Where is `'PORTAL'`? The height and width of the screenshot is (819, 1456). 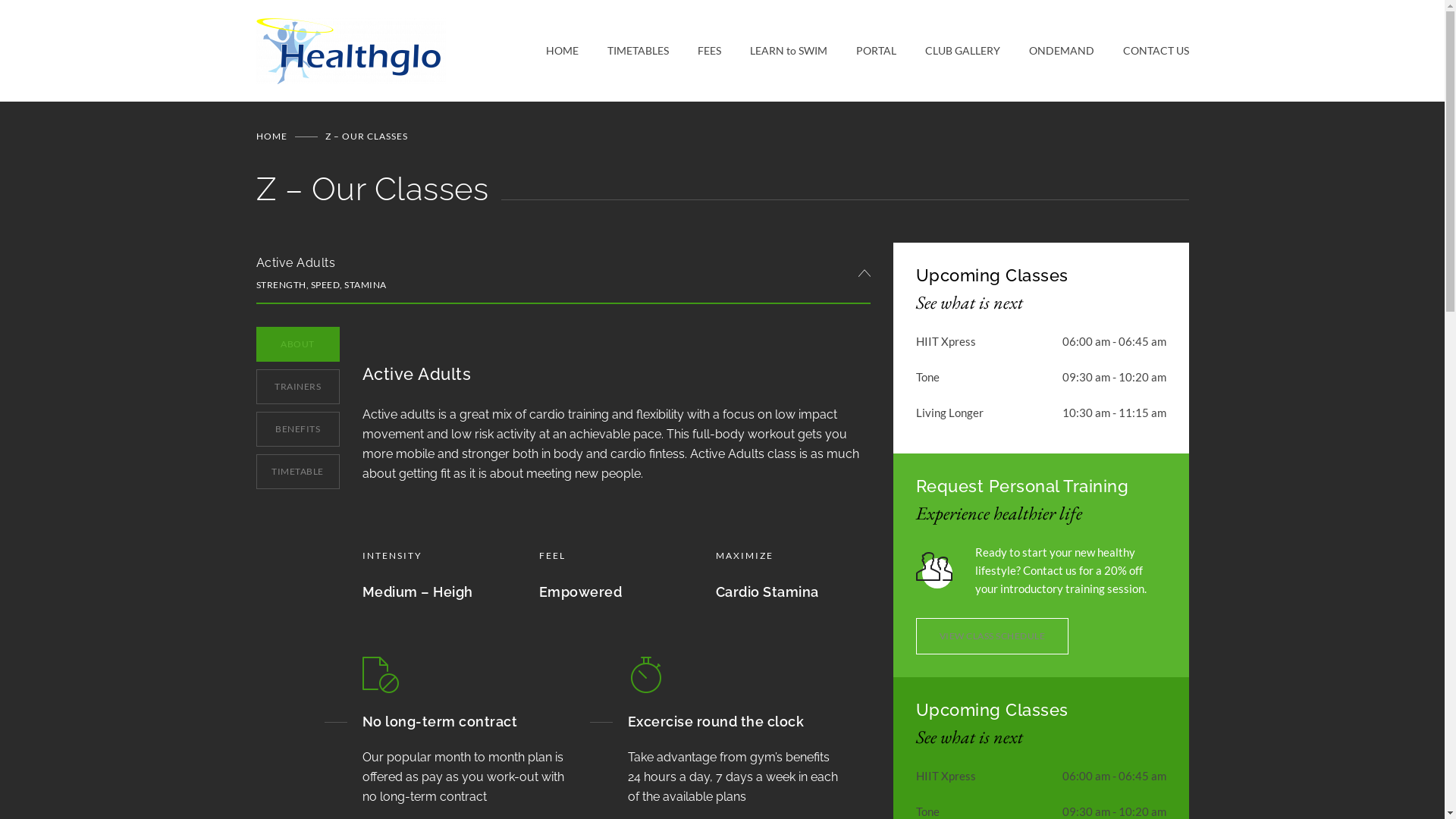 'PORTAL' is located at coordinates (861, 49).